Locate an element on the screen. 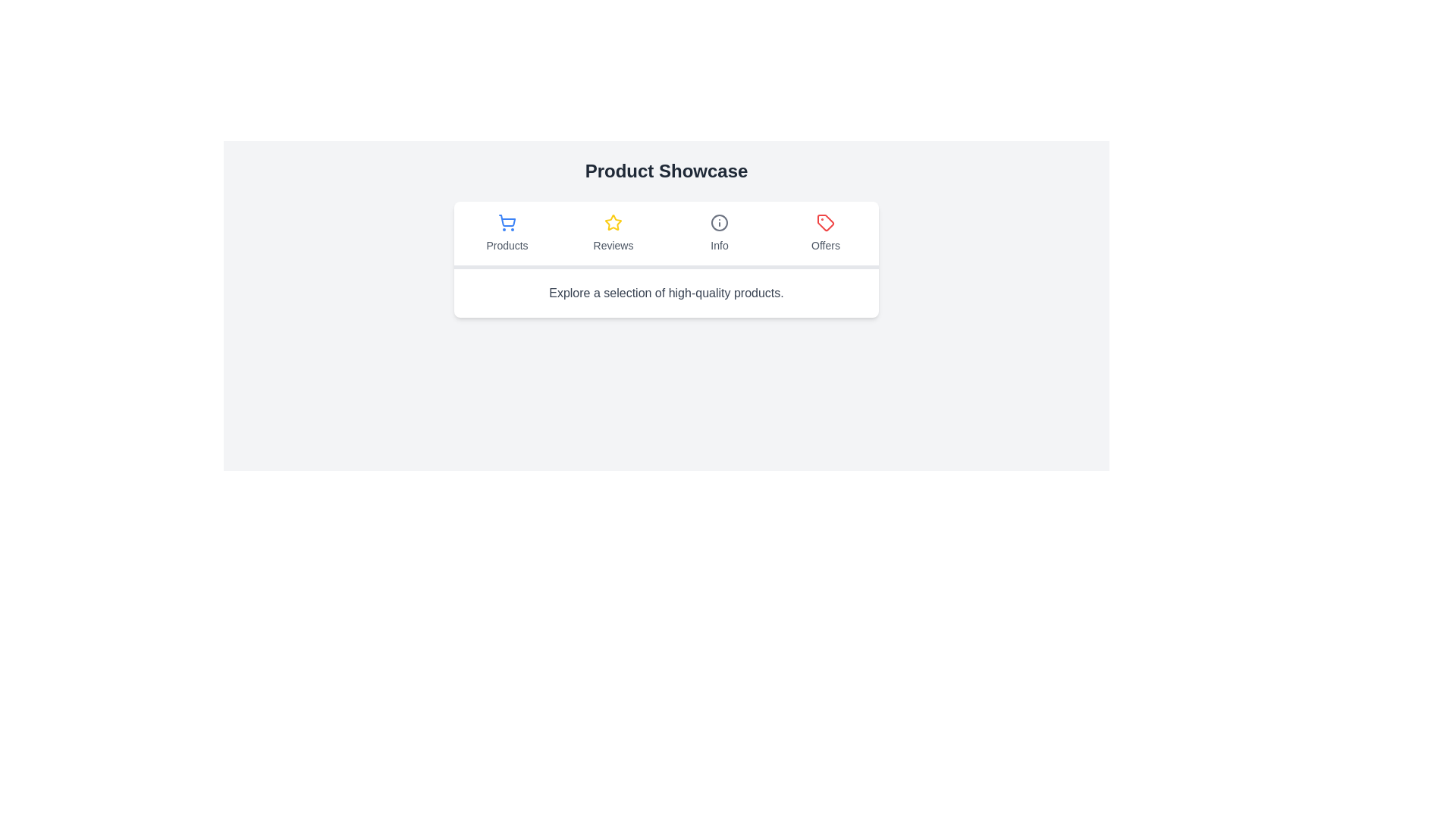 Image resolution: width=1456 pixels, height=819 pixels. the 'Info' text label, which is displayed in a neutral gray color and located below the 'Info' icon in the third tab of the navigation bar is located at coordinates (719, 245).